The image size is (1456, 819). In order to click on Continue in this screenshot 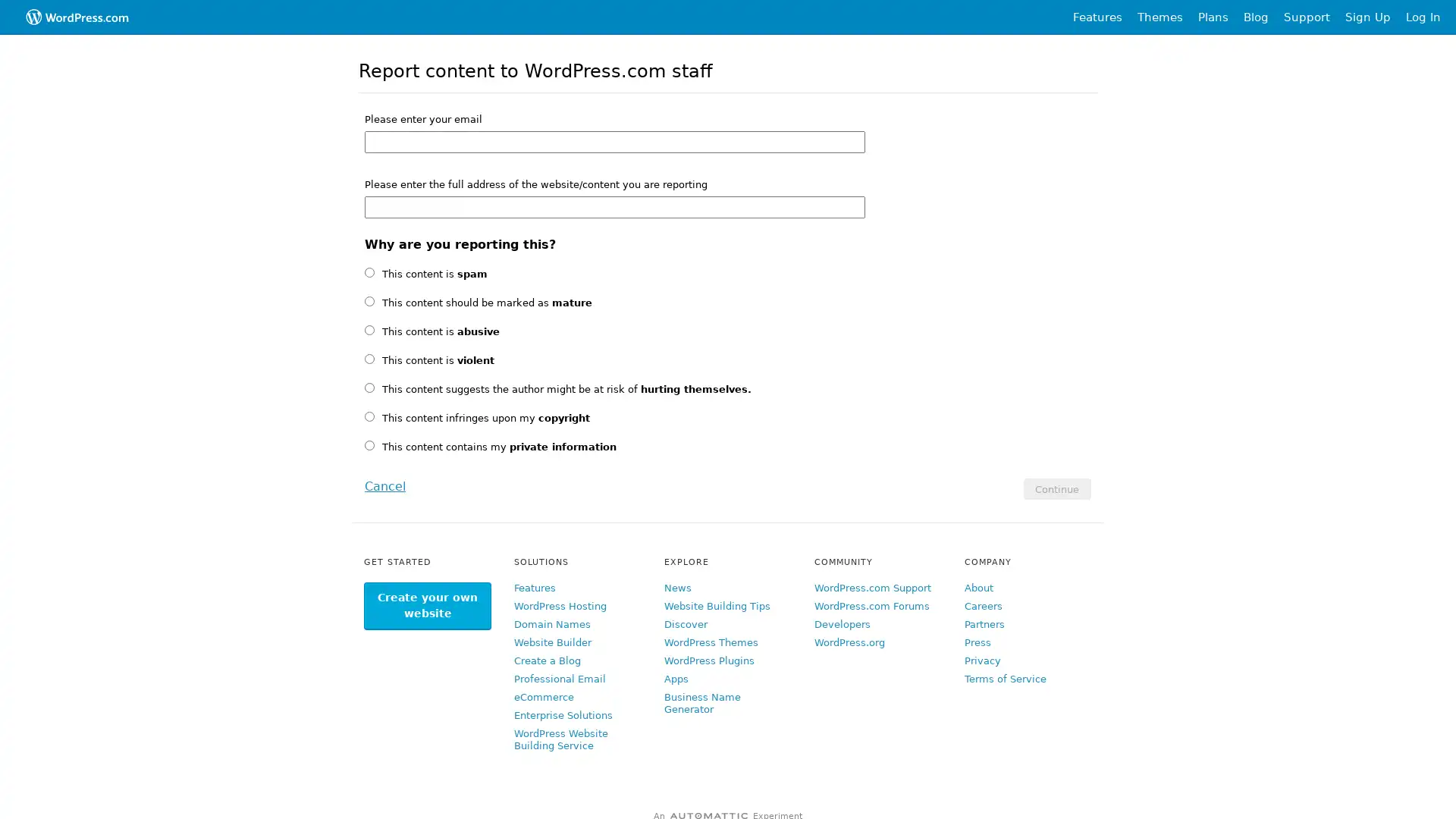, I will do `click(1056, 488)`.